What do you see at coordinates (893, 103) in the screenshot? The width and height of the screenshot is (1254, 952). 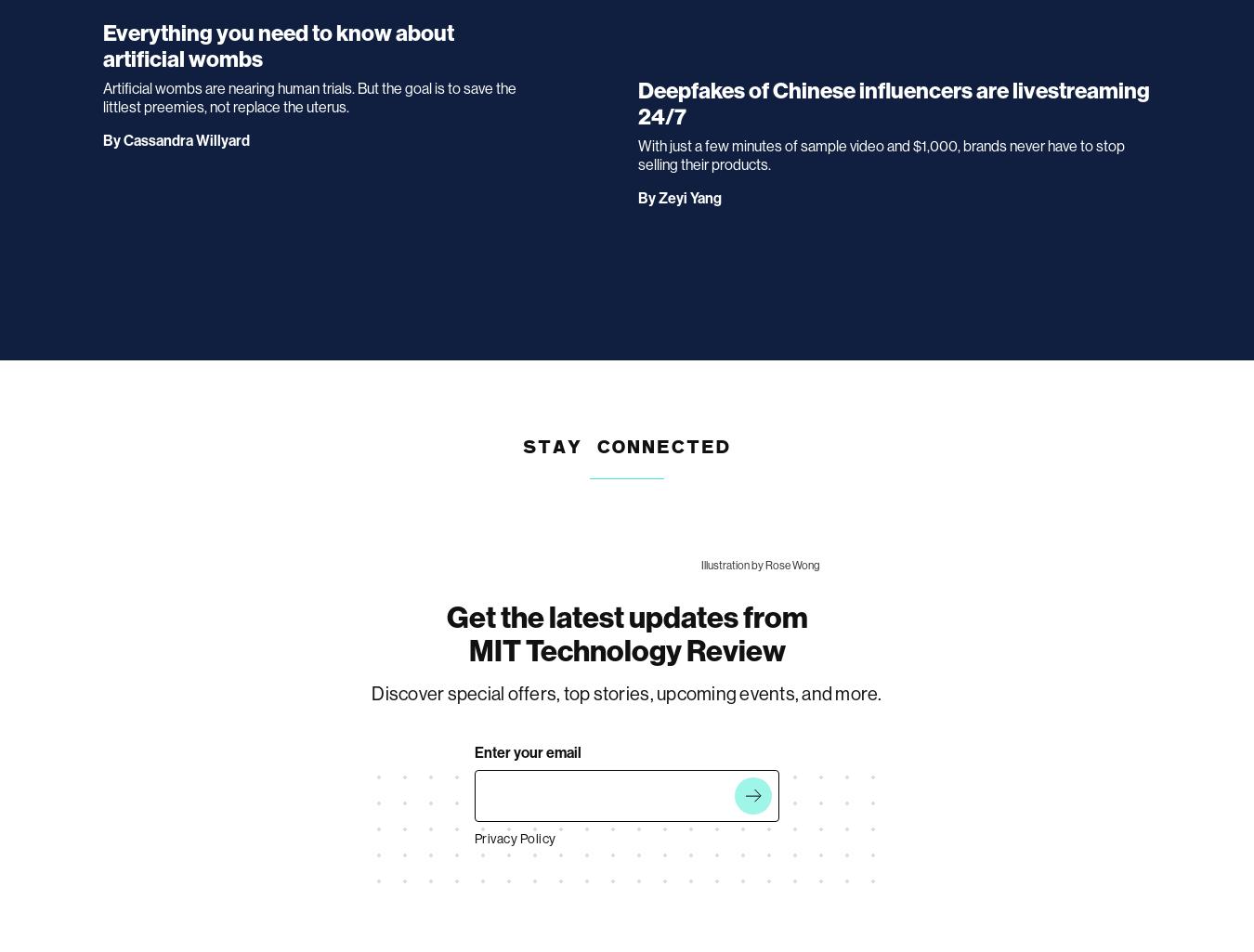 I see `'Deepfakes of Chinese influencers are livestreaming 24/7'` at bounding box center [893, 103].